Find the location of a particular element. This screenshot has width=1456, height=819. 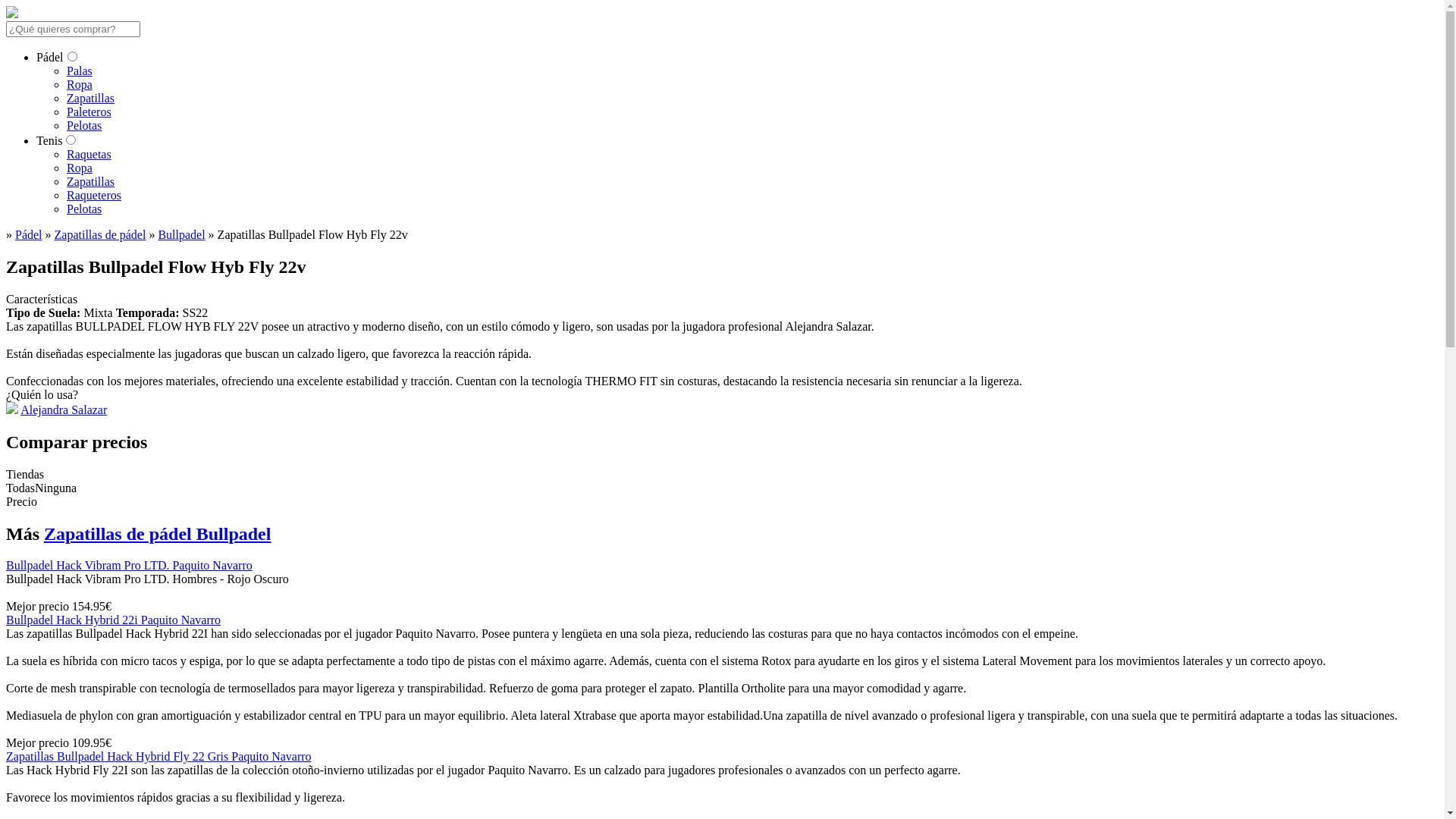

'Todas' is located at coordinates (20, 488).